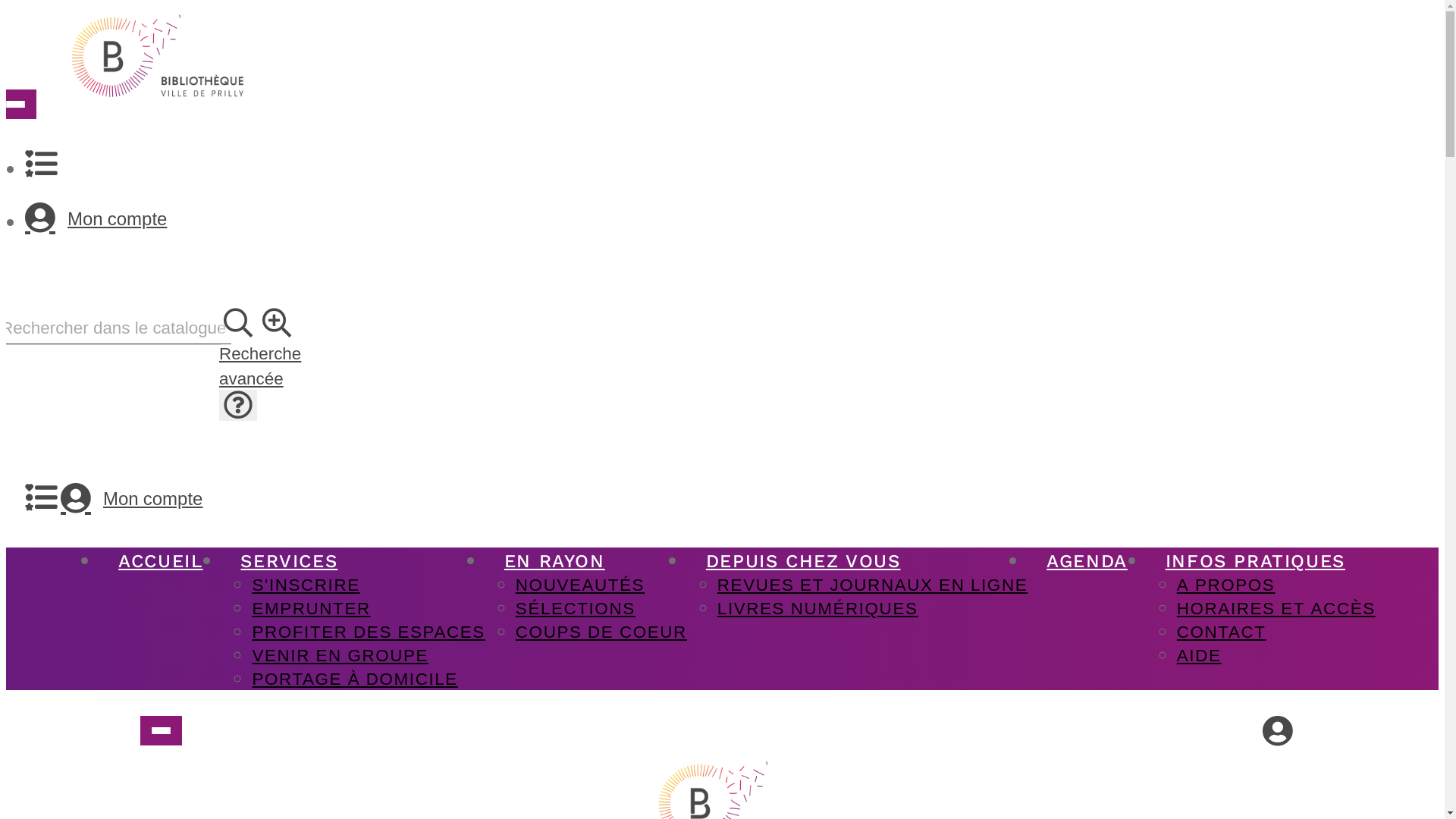 Image resolution: width=1456 pixels, height=819 pixels. What do you see at coordinates (1027, 561) in the screenshot?
I see `'AGENDA'` at bounding box center [1027, 561].